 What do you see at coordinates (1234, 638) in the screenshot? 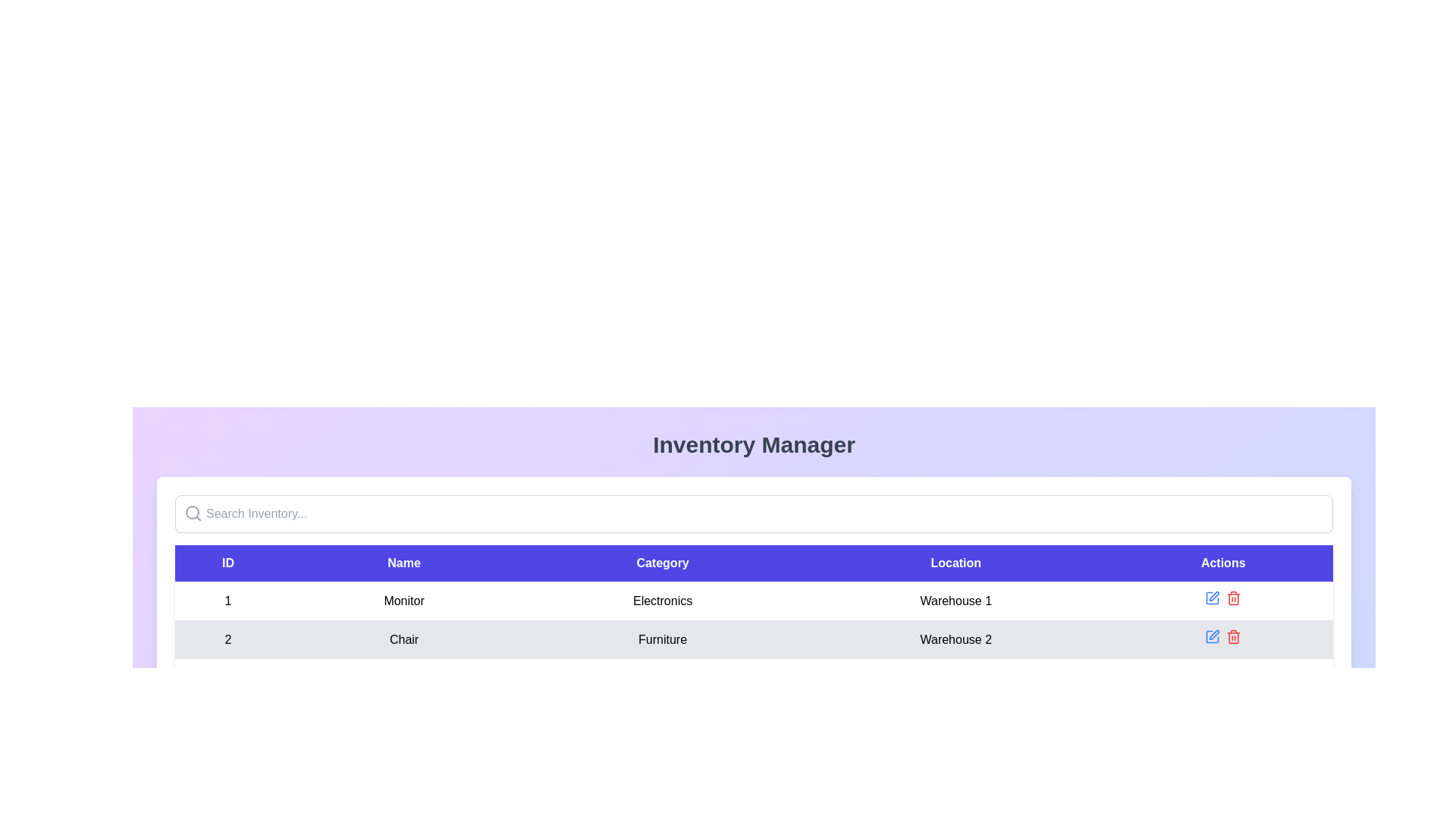
I see `the main body of the trash bin icon within the actions column of the item table` at bounding box center [1234, 638].